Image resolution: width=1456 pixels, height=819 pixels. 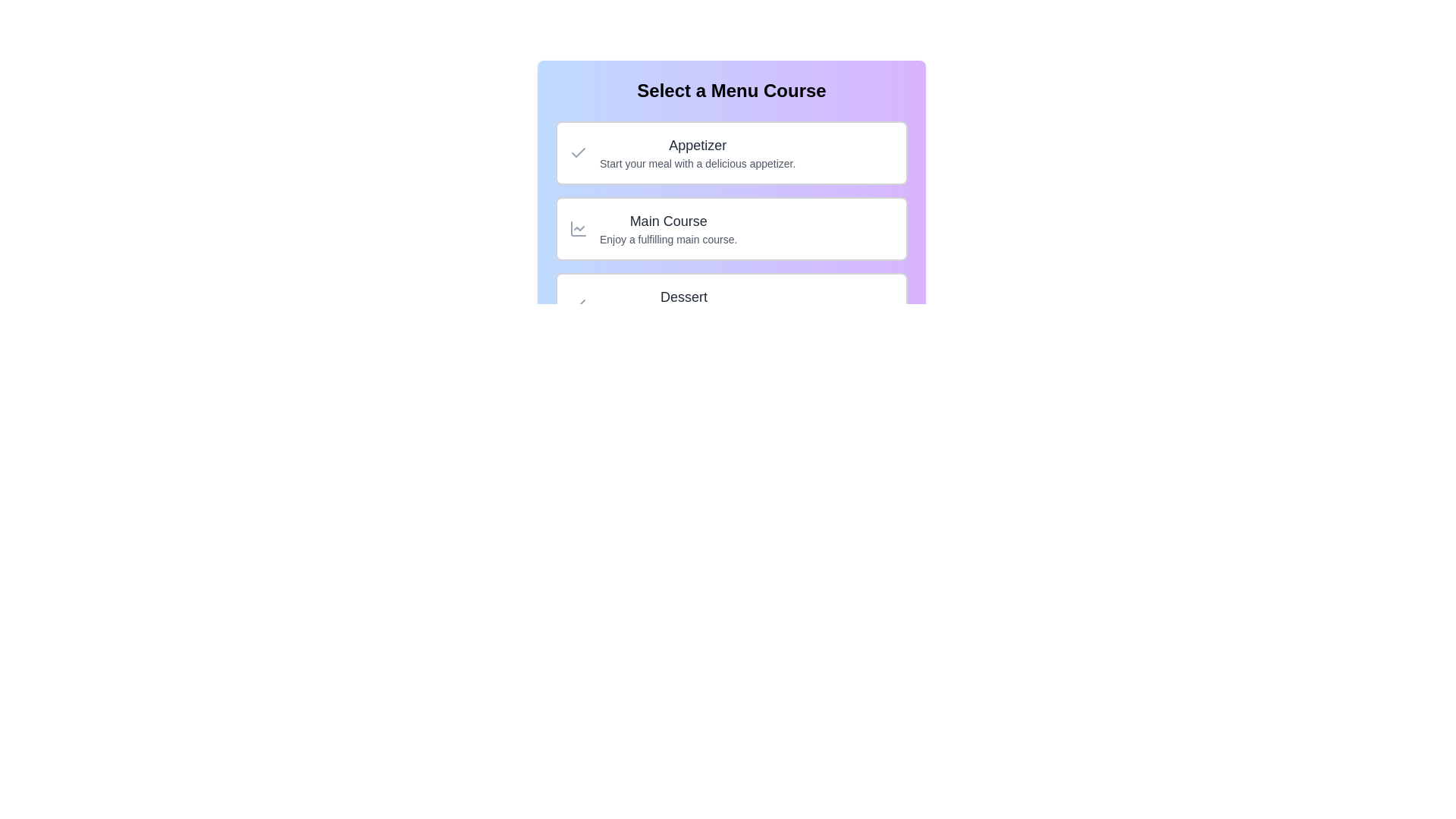 I want to click on on the first selectable list item labeled 'Appetizer', so click(x=731, y=152).